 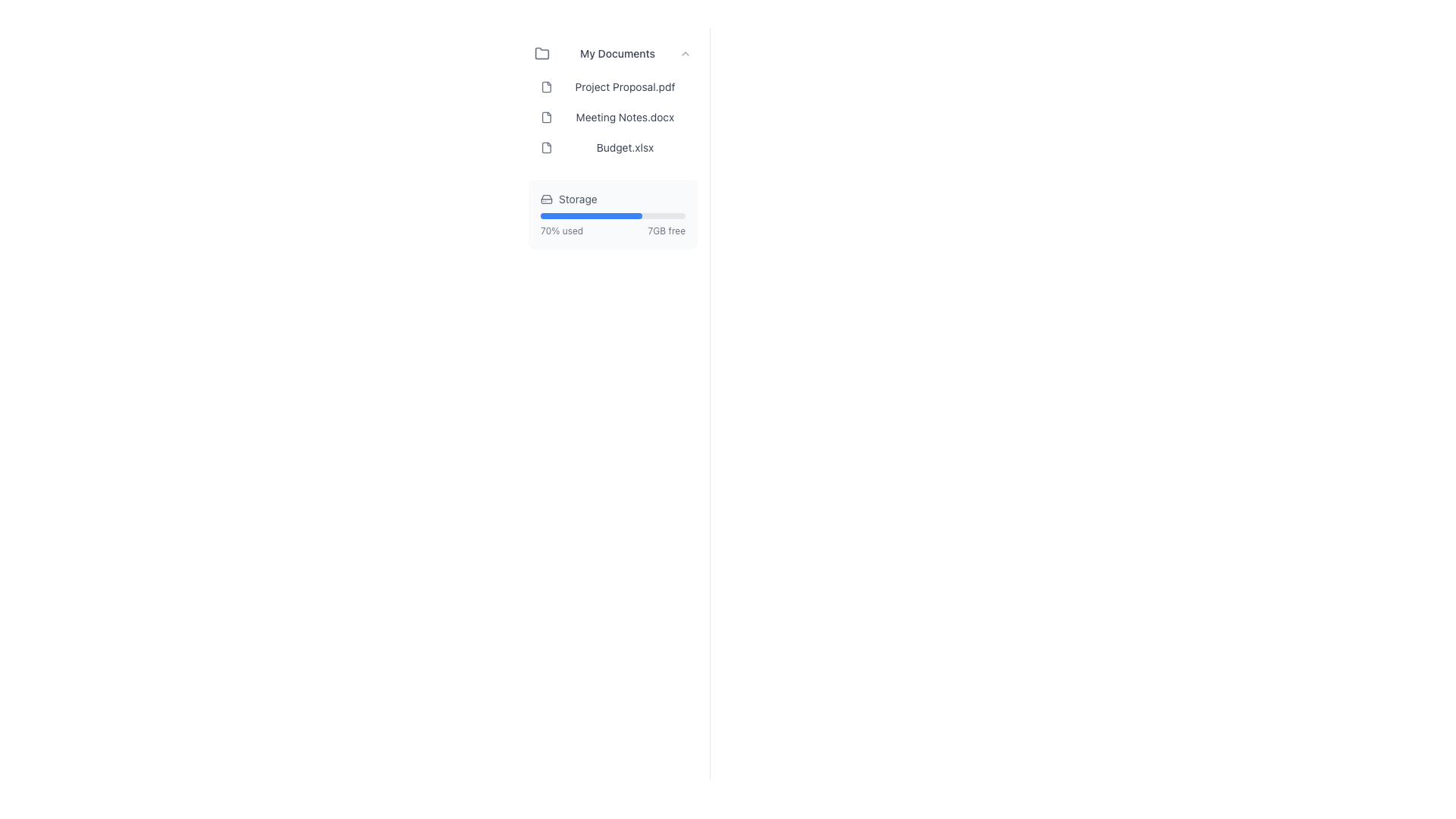 What do you see at coordinates (616, 116) in the screenshot?
I see `on the second list item representing the file 'Meeting Notes.docx' in the 'My Documents' section` at bounding box center [616, 116].